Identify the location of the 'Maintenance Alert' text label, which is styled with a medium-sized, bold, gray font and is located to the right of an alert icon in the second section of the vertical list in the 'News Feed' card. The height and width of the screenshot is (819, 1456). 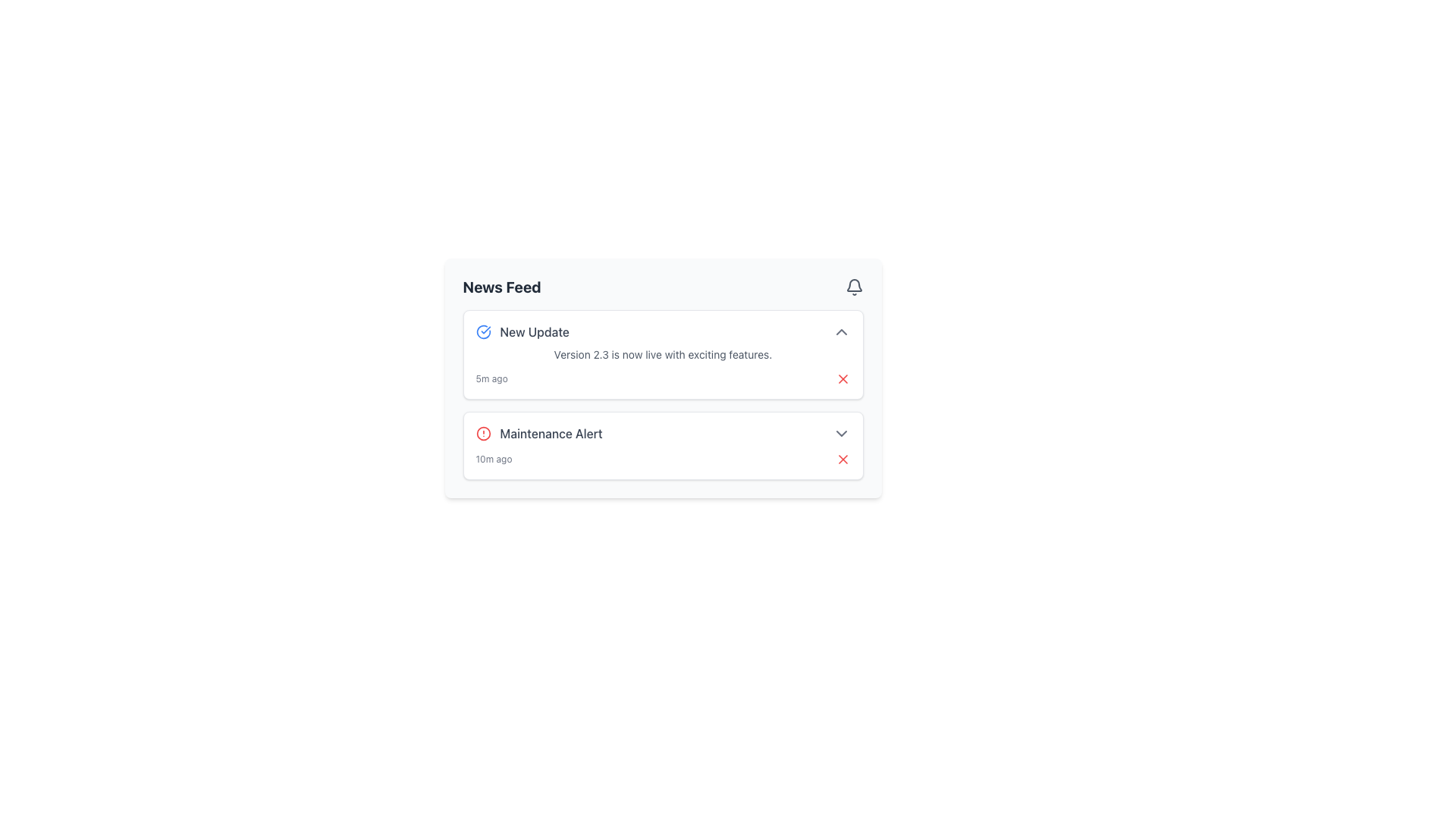
(551, 433).